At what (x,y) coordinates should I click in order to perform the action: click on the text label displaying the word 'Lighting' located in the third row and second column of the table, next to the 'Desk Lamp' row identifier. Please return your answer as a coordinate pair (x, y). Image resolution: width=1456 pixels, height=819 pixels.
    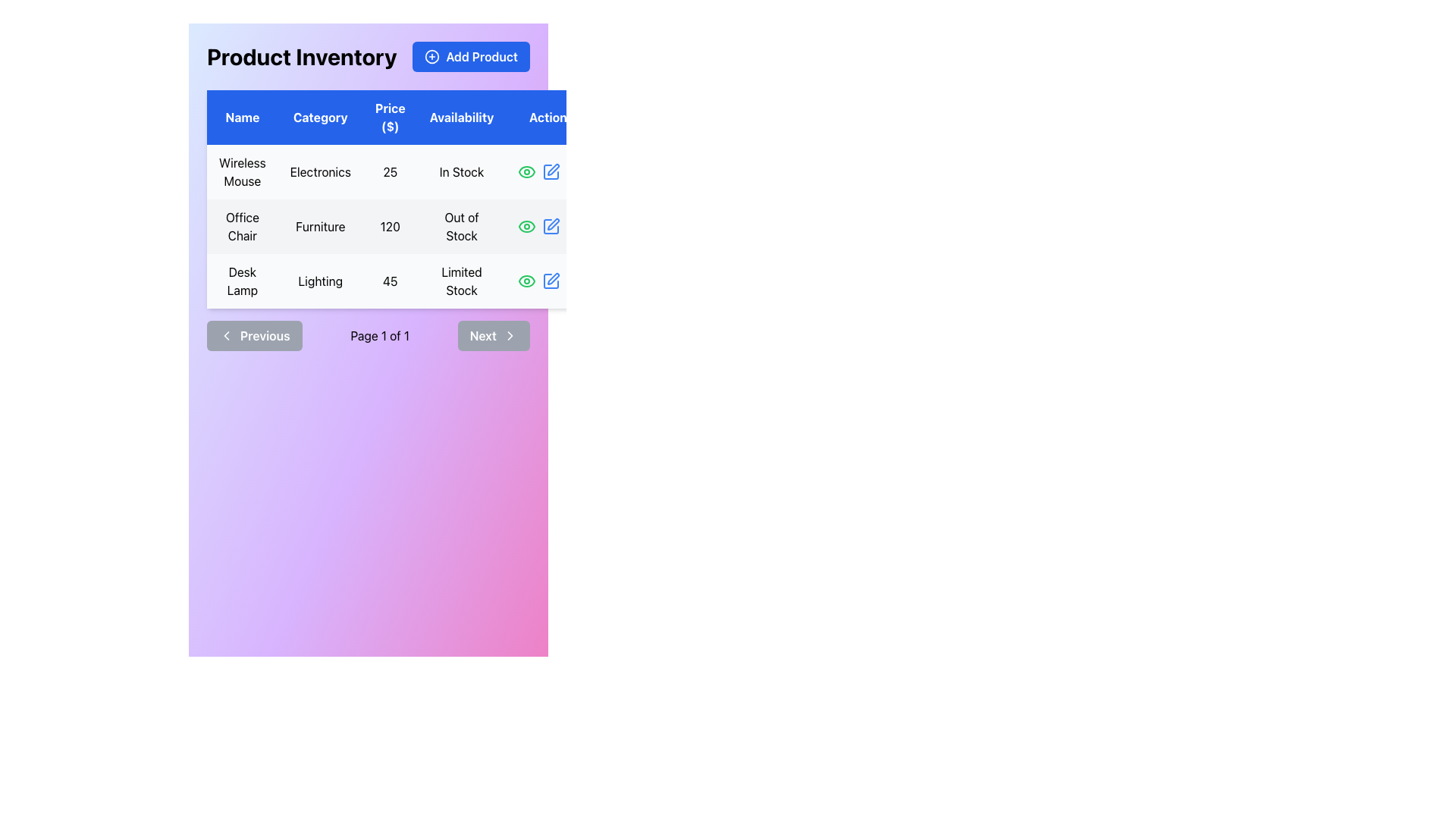
    Looking at the image, I should click on (319, 281).